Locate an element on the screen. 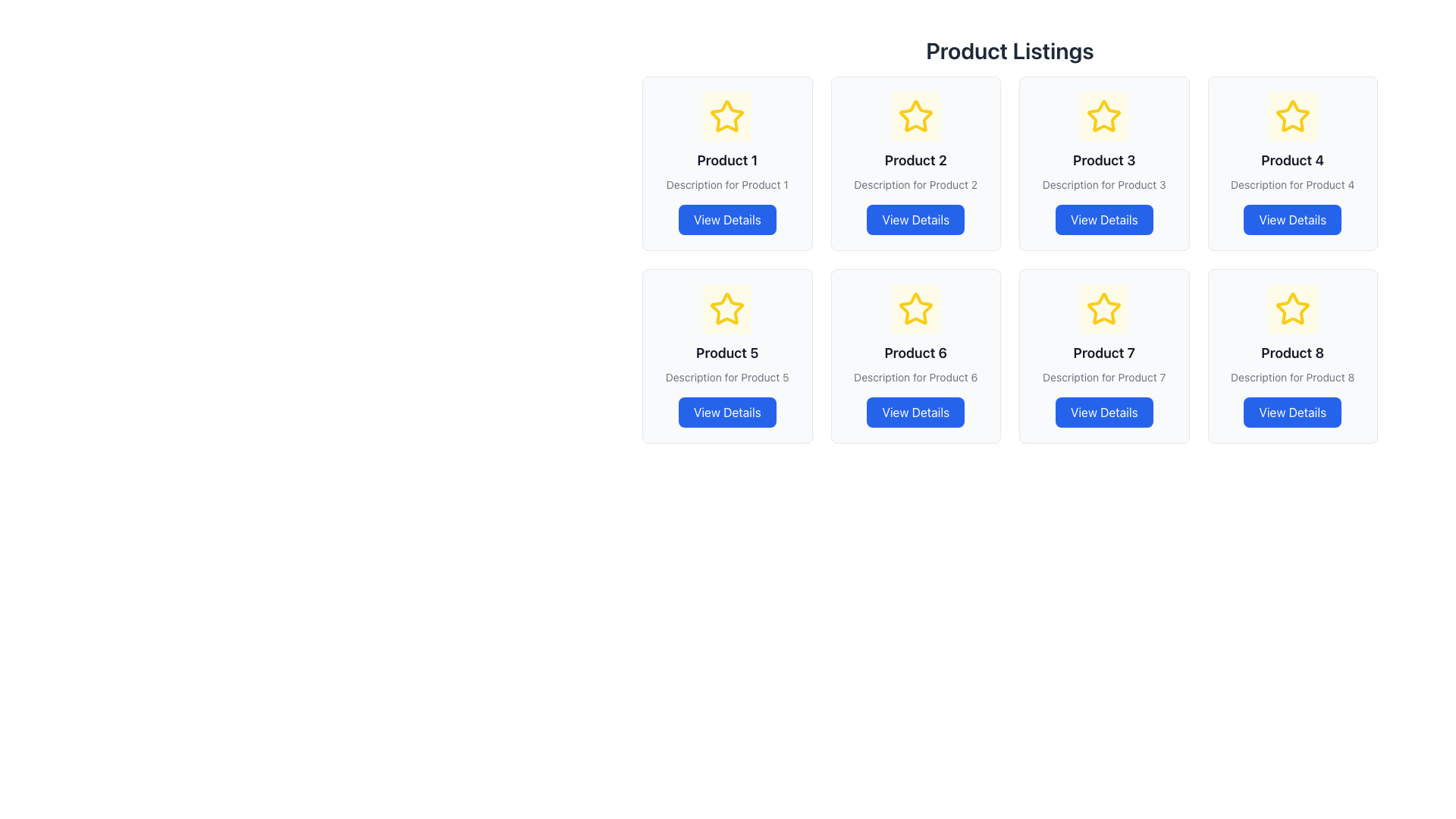 The width and height of the screenshot is (1456, 819). the button located within the card labeled 'Product 3' is located at coordinates (1104, 219).